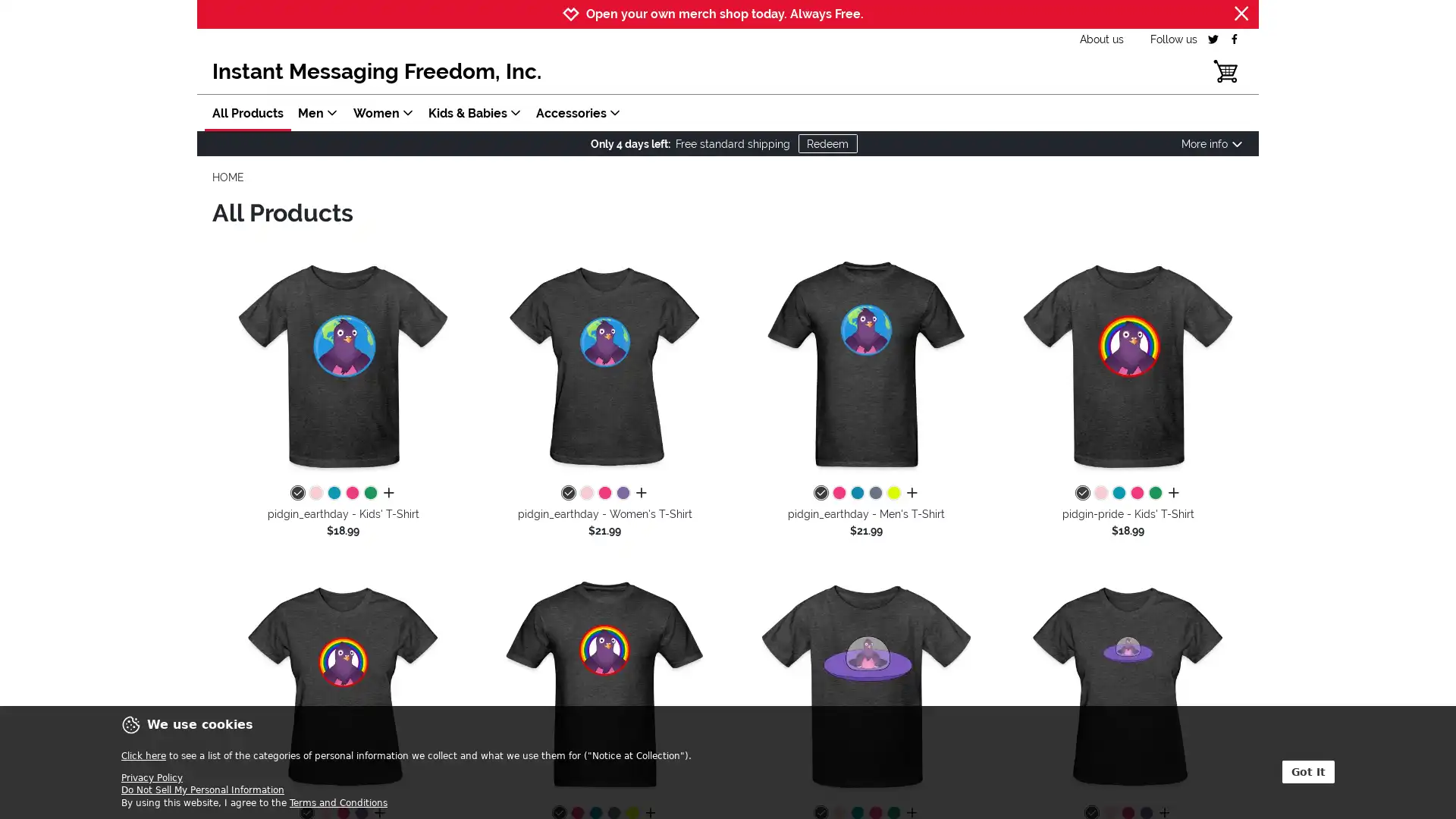 Image resolution: width=1456 pixels, height=819 pixels. I want to click on purple heather, so click(622, 494).